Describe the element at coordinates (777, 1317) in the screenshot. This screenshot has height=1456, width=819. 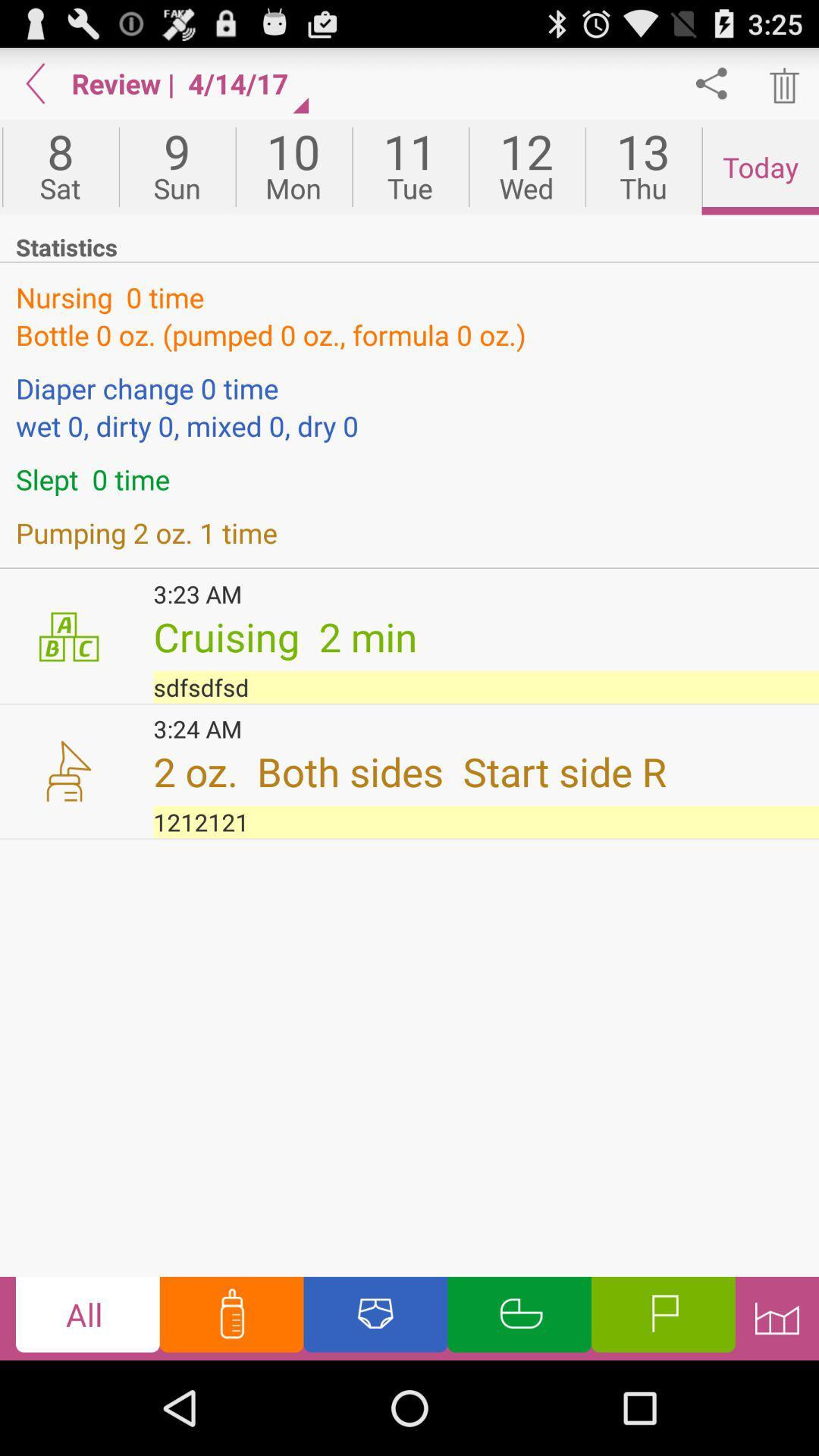
I see `show chart` at that location.